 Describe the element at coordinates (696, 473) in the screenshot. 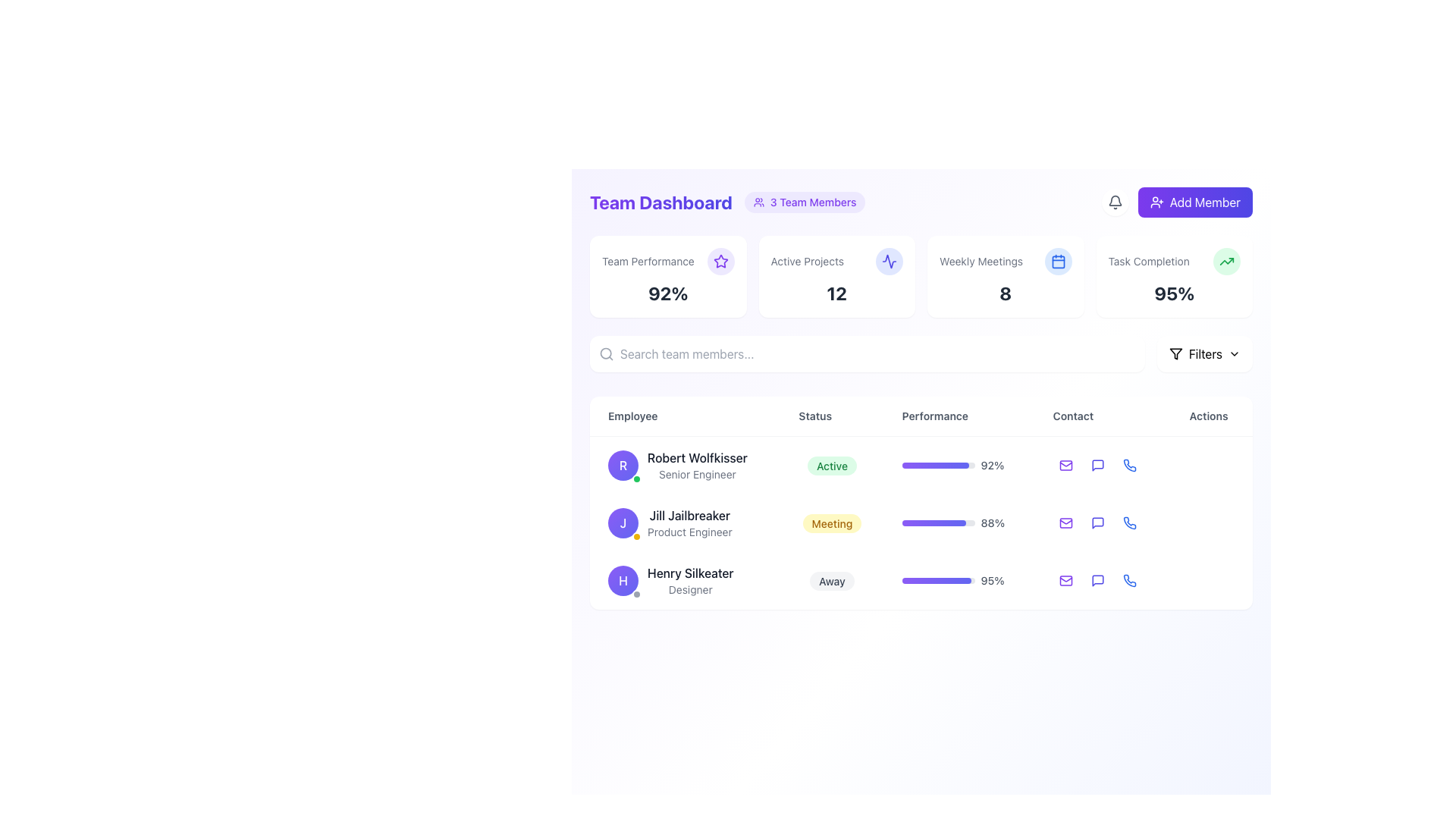

I see `the text label reading 'Senior Engineer' located below 'Robert Wolfkisser' in the employee list` at that location.